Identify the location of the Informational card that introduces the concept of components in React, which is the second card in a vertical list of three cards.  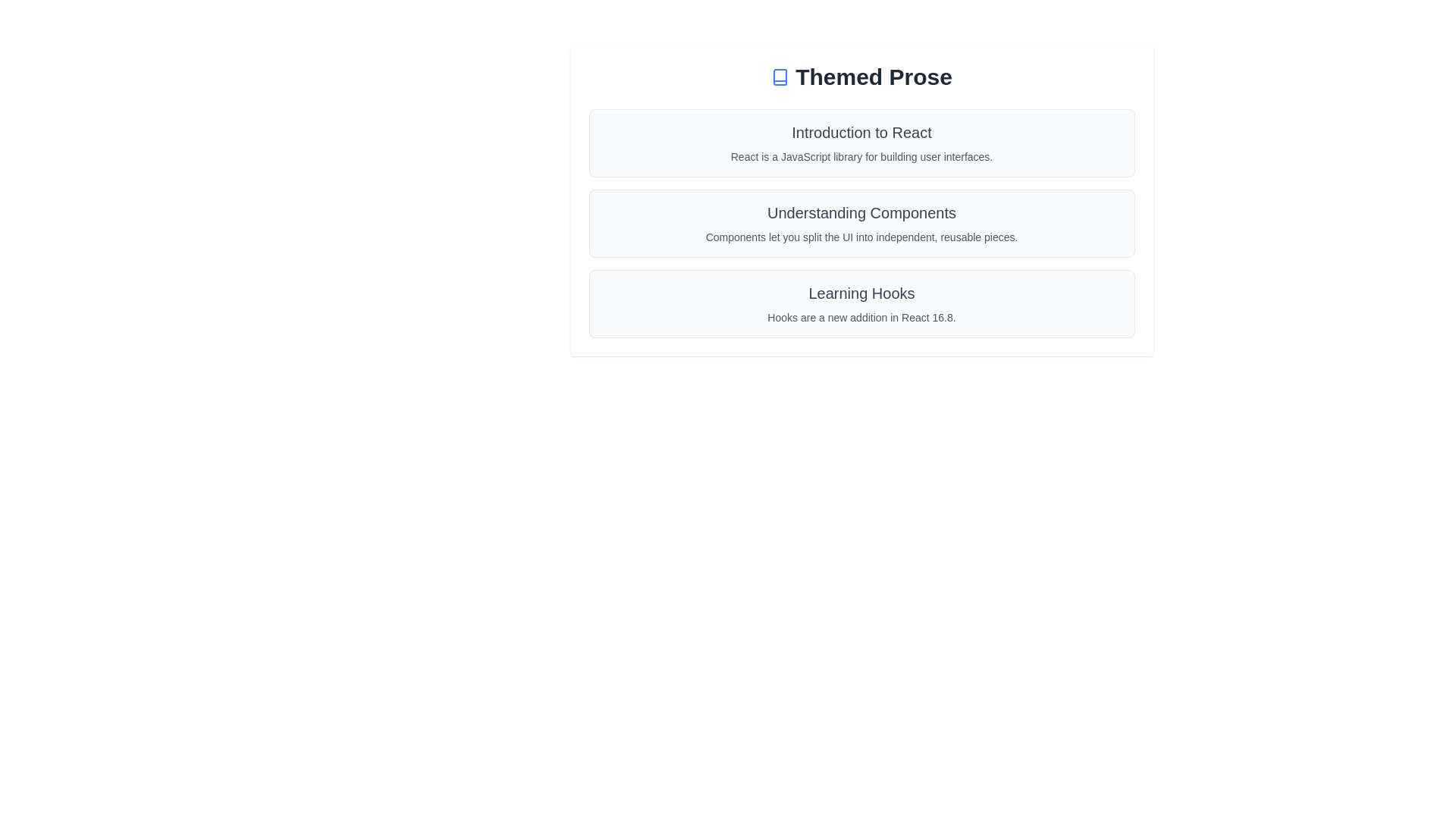
(861, 223).